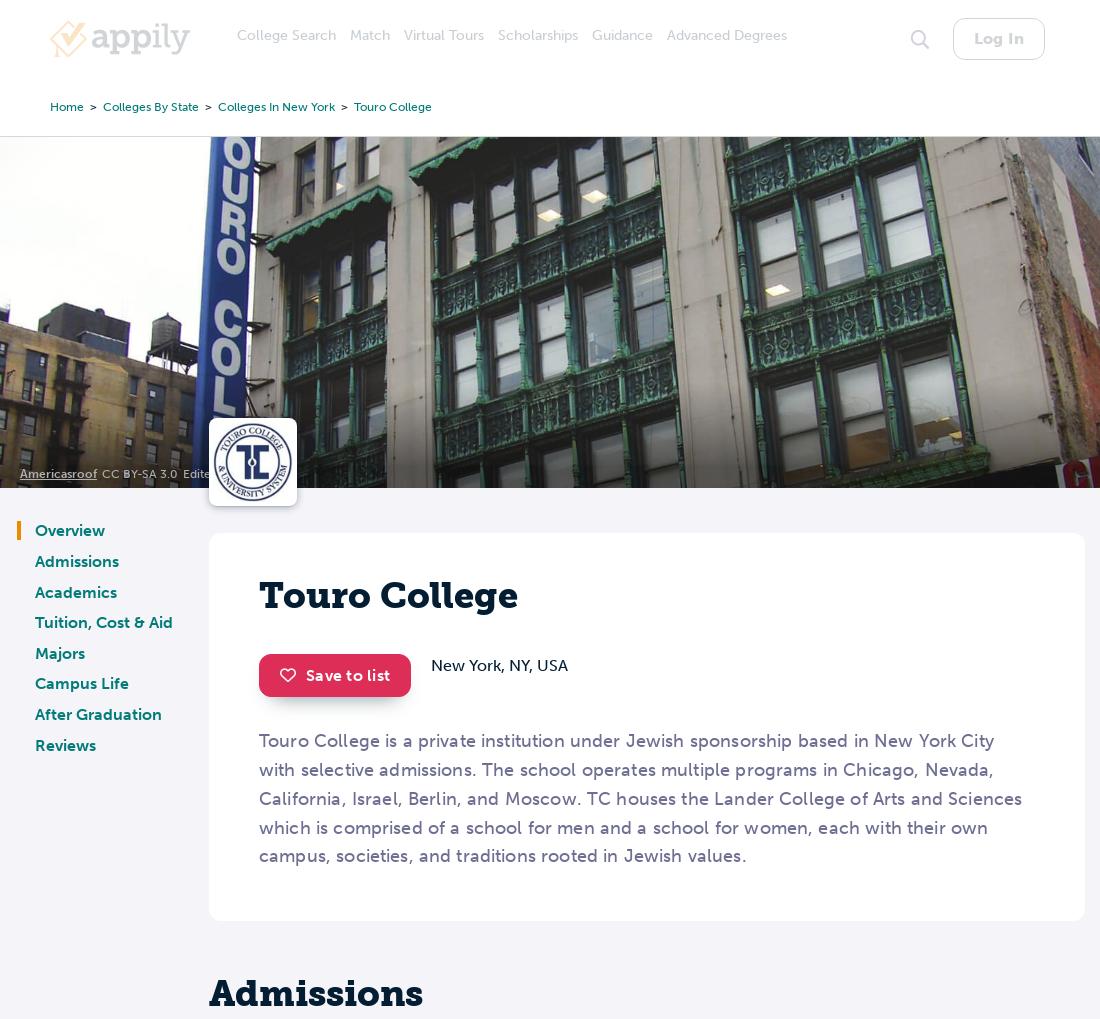 The image size is (1100, 1019). I want to click on 'Touro College is a private institution under Jewish sponsorship based in New York City with selective admissions. The school operates multiple programs in Chicago, Nevada, California, Israel, Berlin, and Moscow. TC houses the Lander College of Arts and Sciences which is comprised of a school for men and a school for women, each with their own campus, societies, and traditions rooted in Jewish values.', so click(640, 798).